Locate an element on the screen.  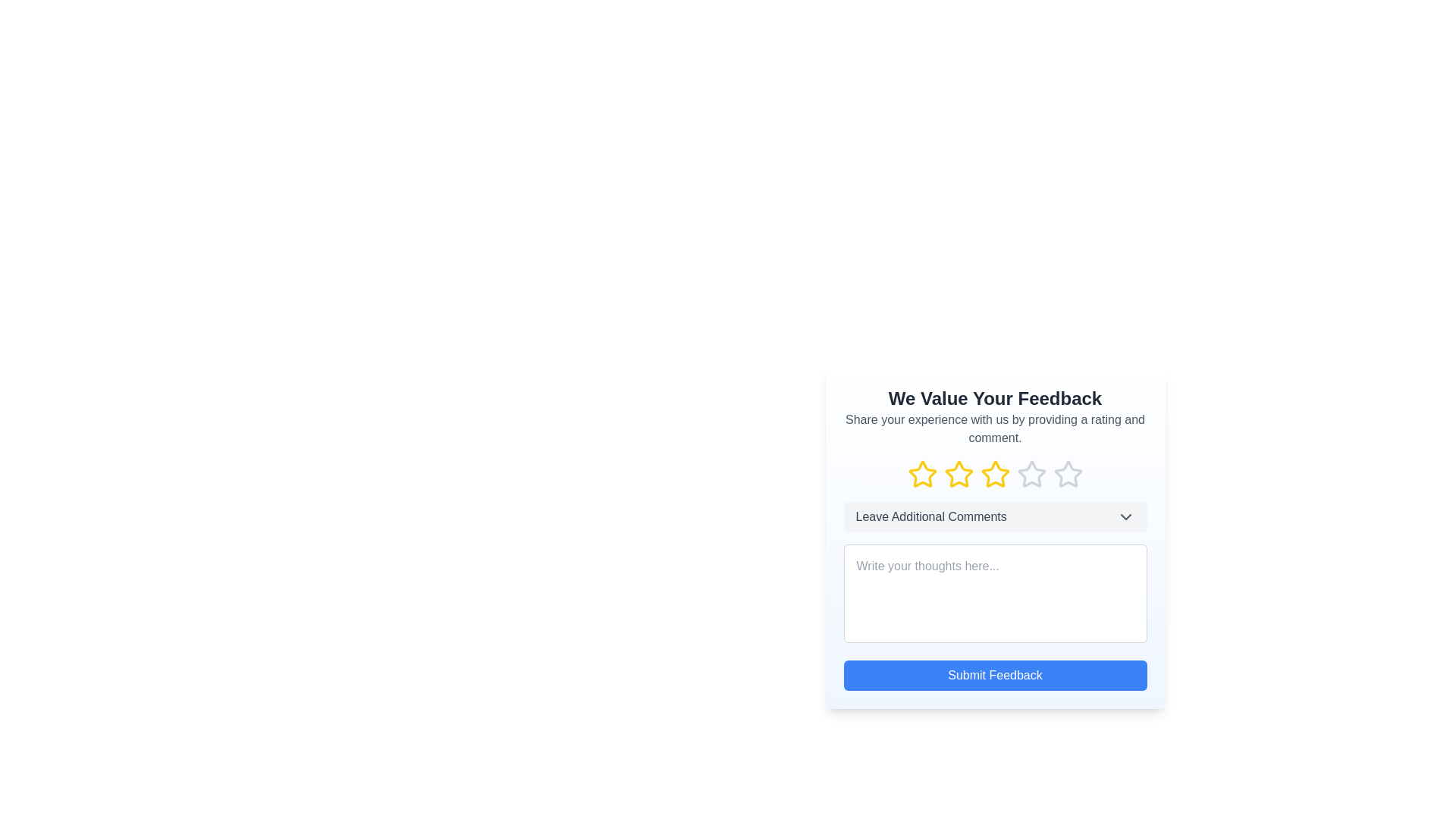
the fifth star in the five-star rating system is located at coordinates (1067, 473).